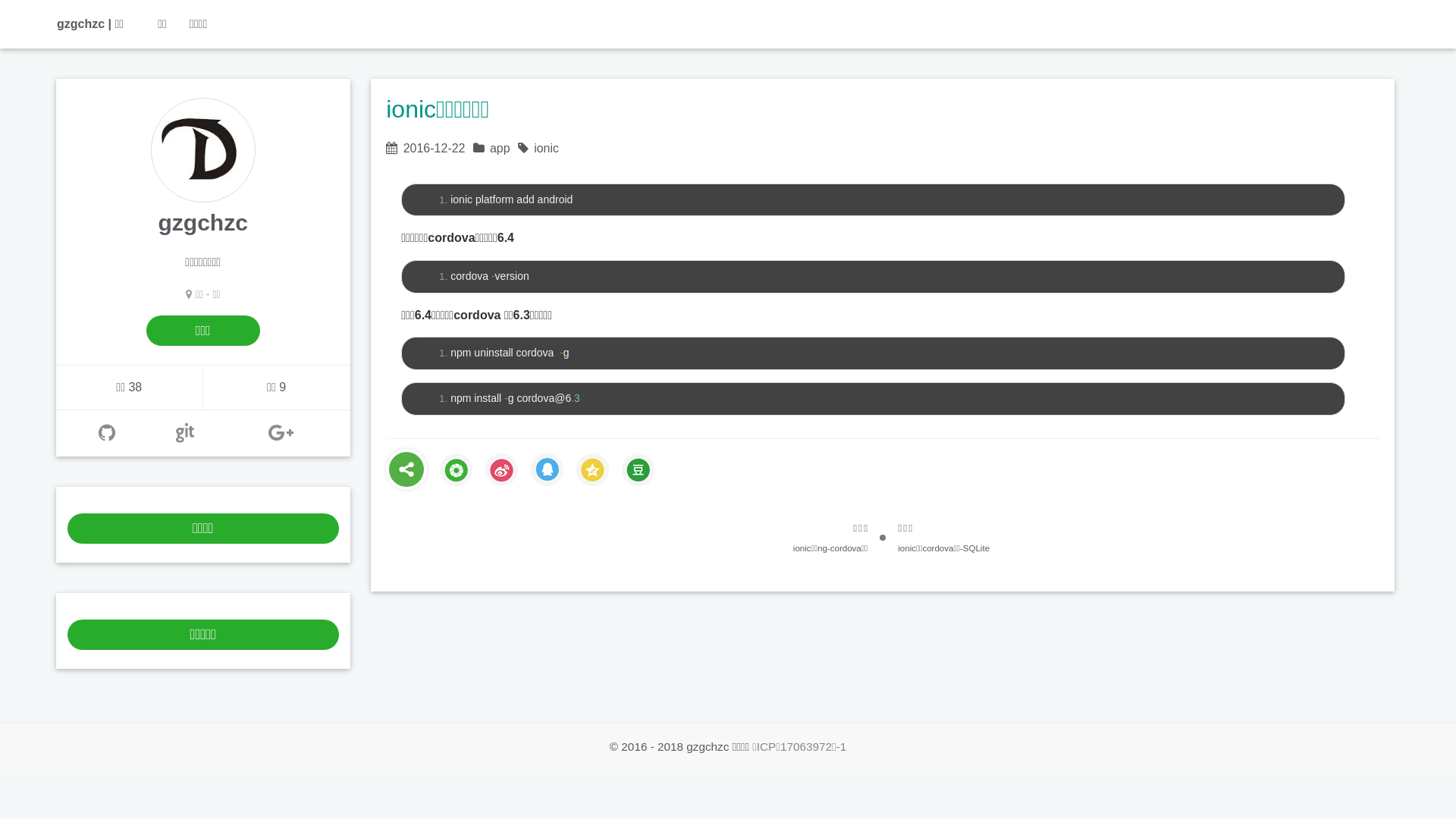  I want to click on '2016-12-22', so click(433, 148).